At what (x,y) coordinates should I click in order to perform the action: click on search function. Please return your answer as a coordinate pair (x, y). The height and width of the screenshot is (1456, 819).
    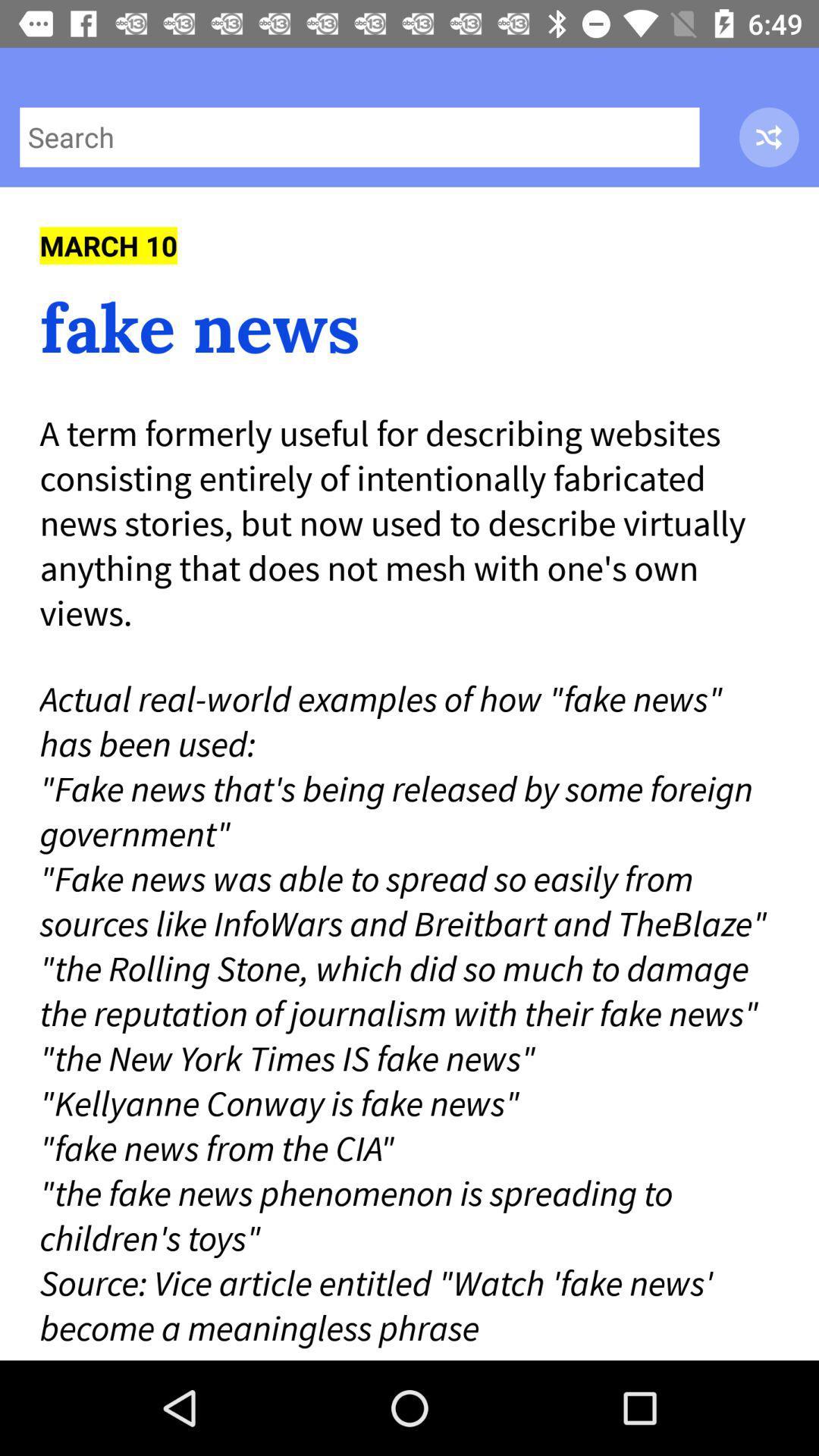
    Looking at the image, I should click on (359, 137).